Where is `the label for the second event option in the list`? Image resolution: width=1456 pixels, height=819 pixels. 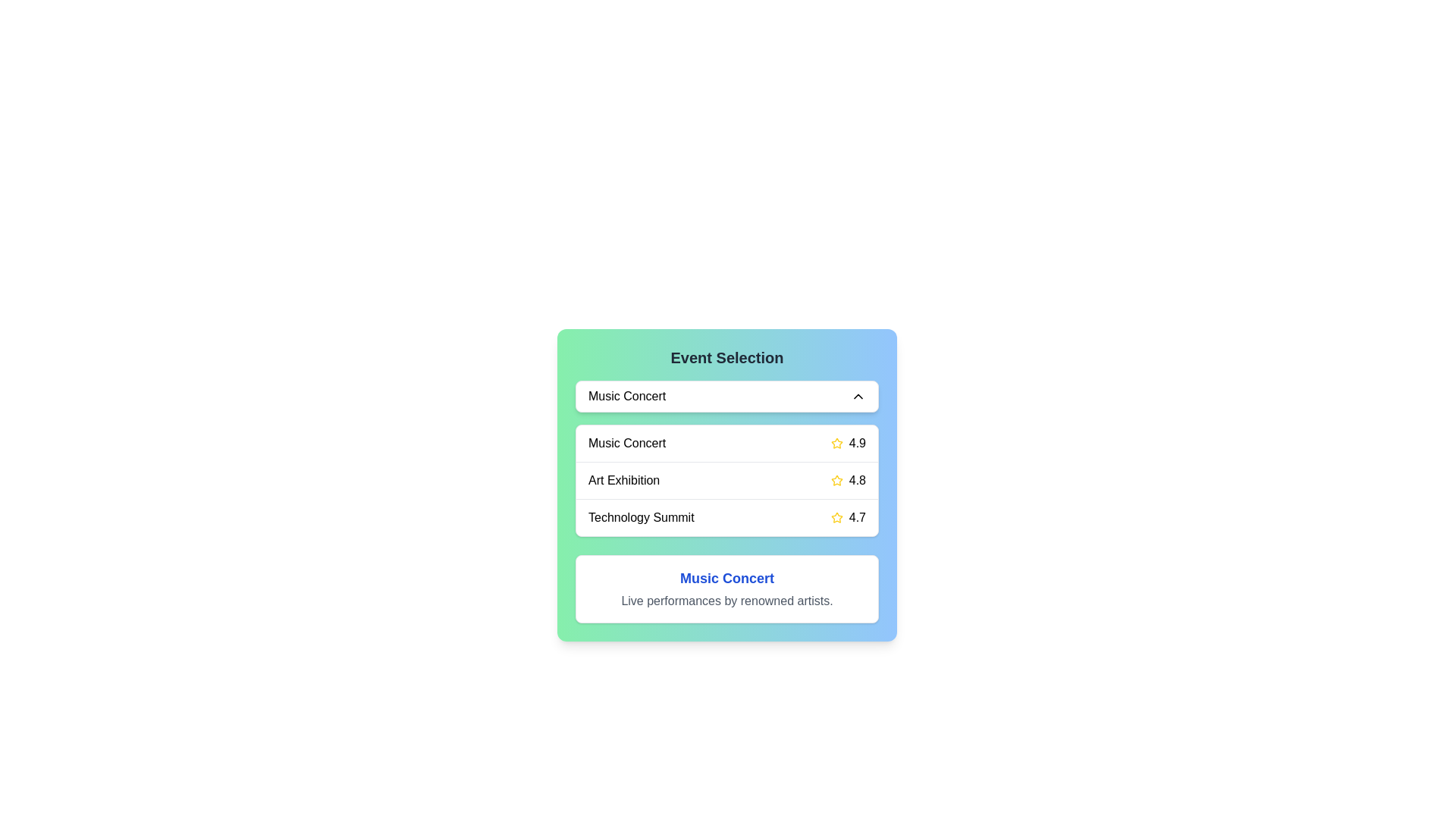
the label for the second event option in the list is located at coordinates (623, 480).